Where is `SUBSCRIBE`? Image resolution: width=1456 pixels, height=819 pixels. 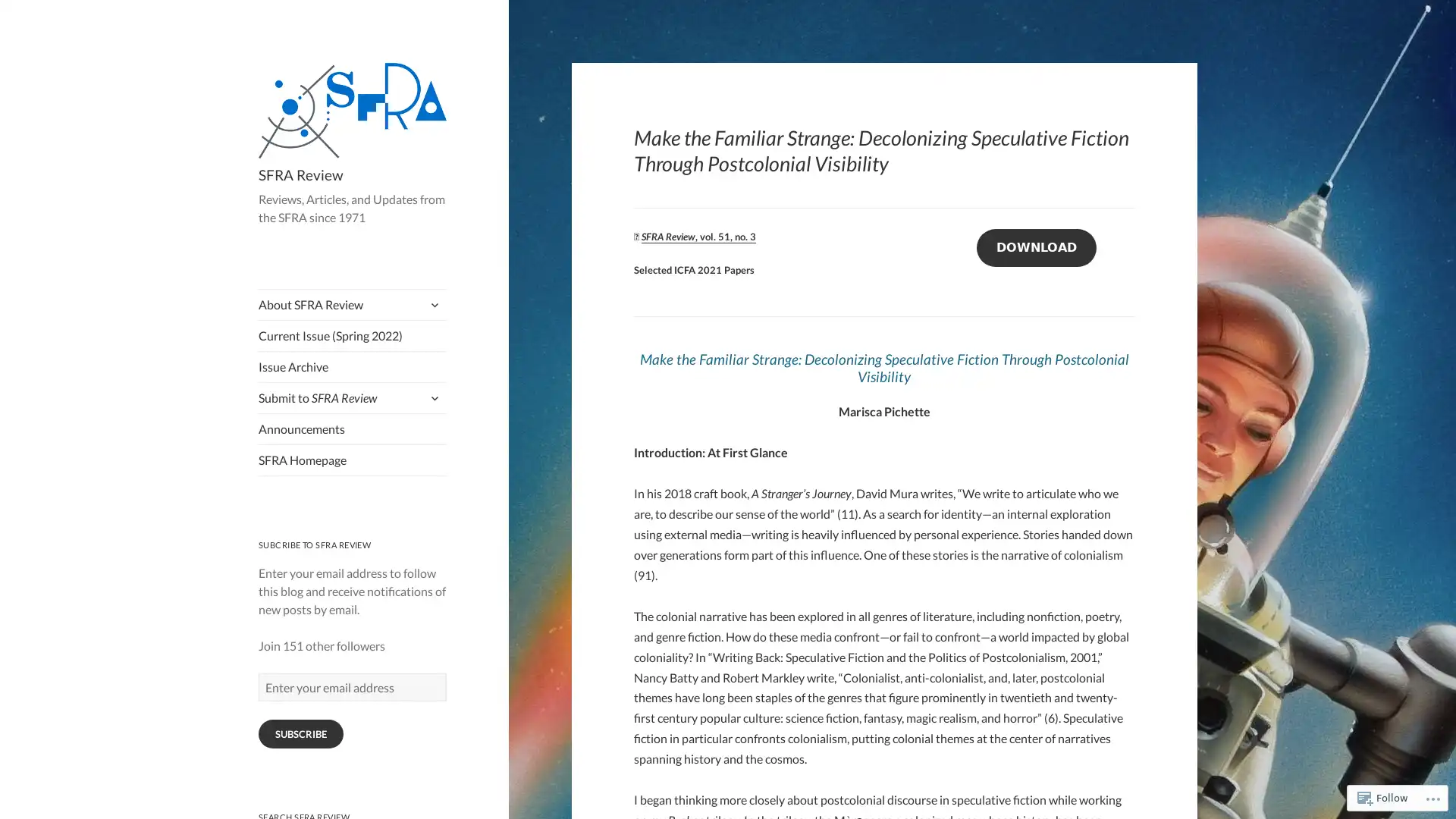 SUBSCRIBE is located at coordinates (300, 733).